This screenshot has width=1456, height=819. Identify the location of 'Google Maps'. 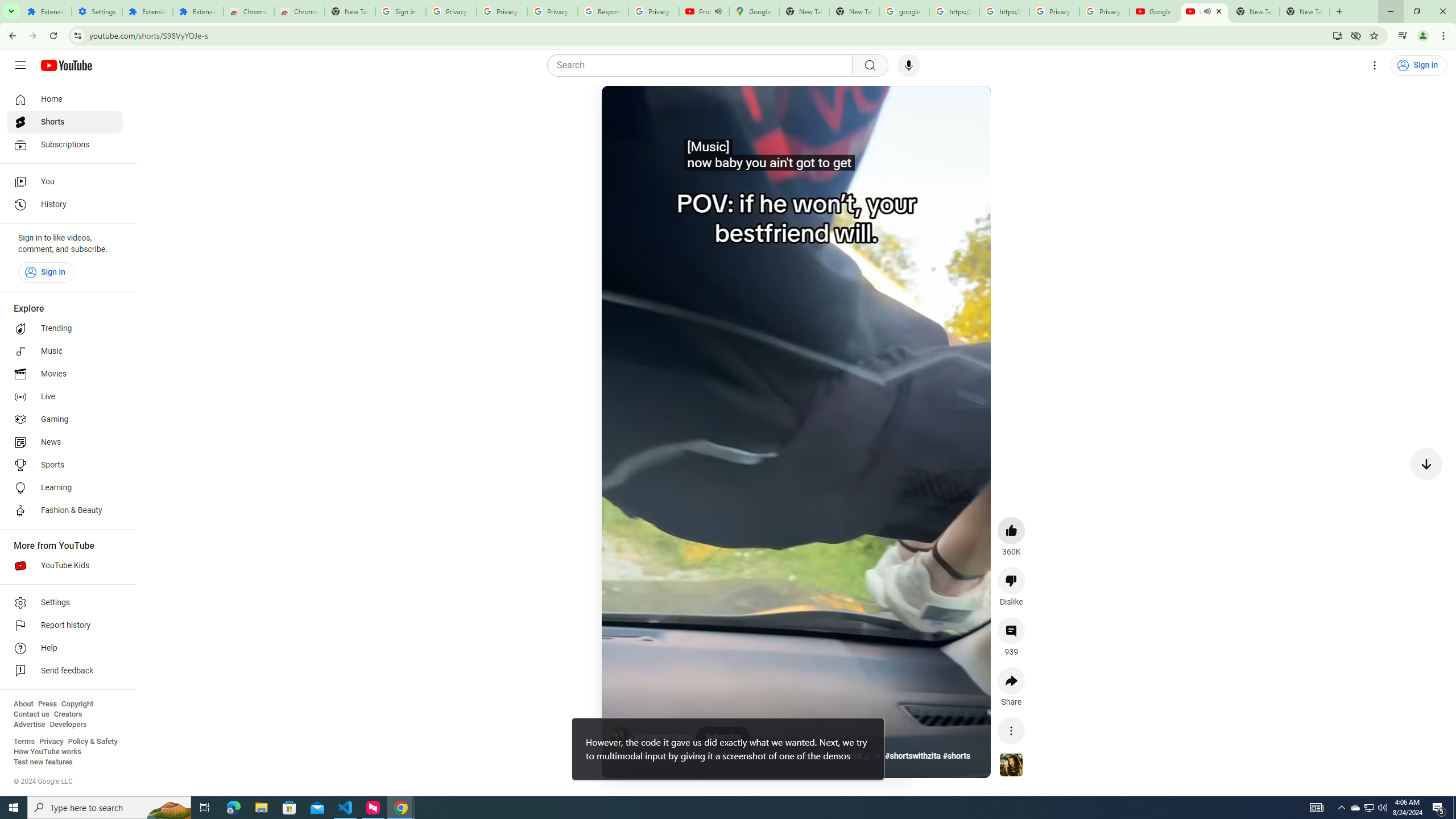
(754, 11).